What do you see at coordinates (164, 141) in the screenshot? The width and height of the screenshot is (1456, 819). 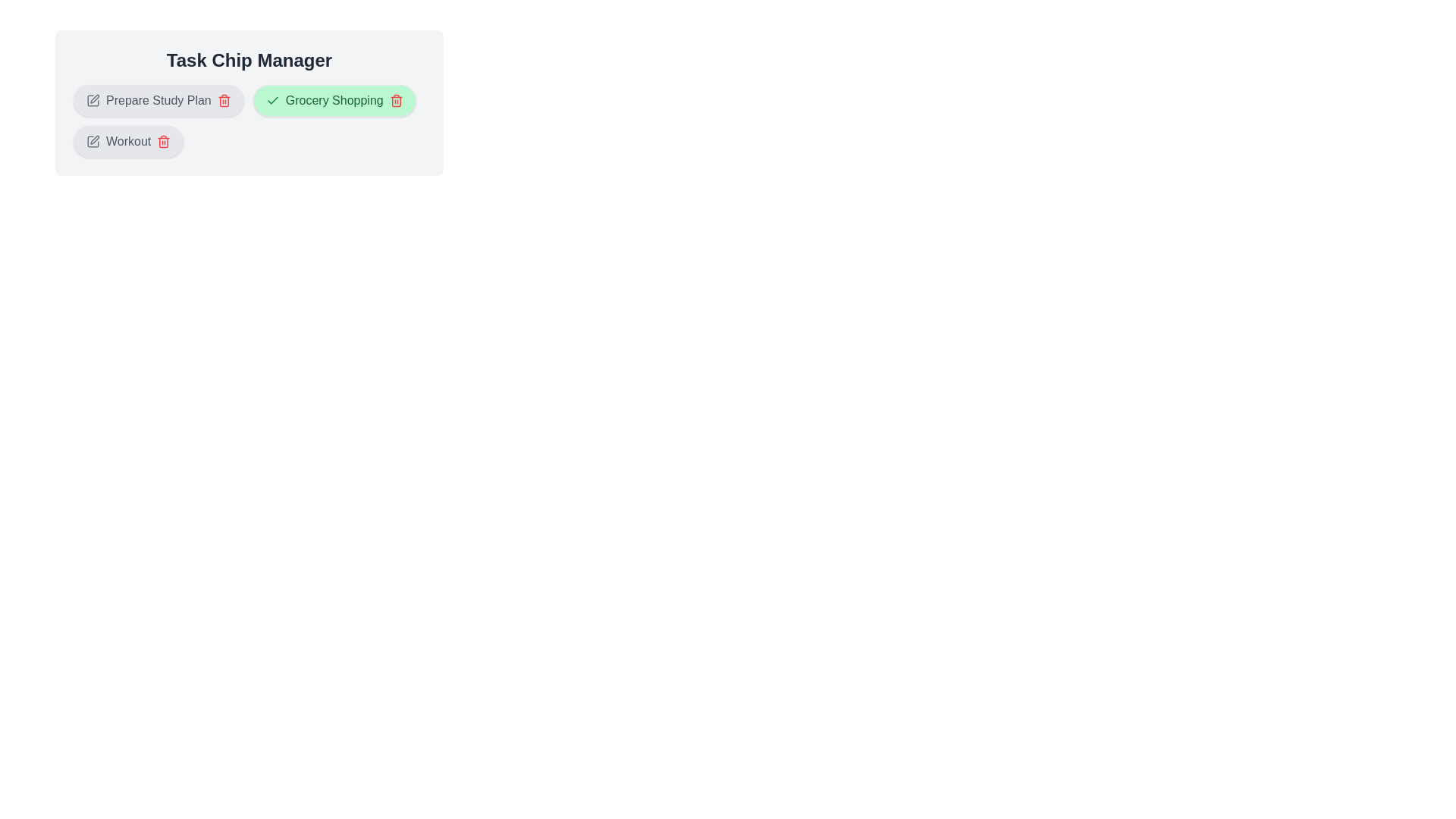 I see `the delete icon button located at the extreme right of the 'Workout' task` at bounding box center [164, 141].